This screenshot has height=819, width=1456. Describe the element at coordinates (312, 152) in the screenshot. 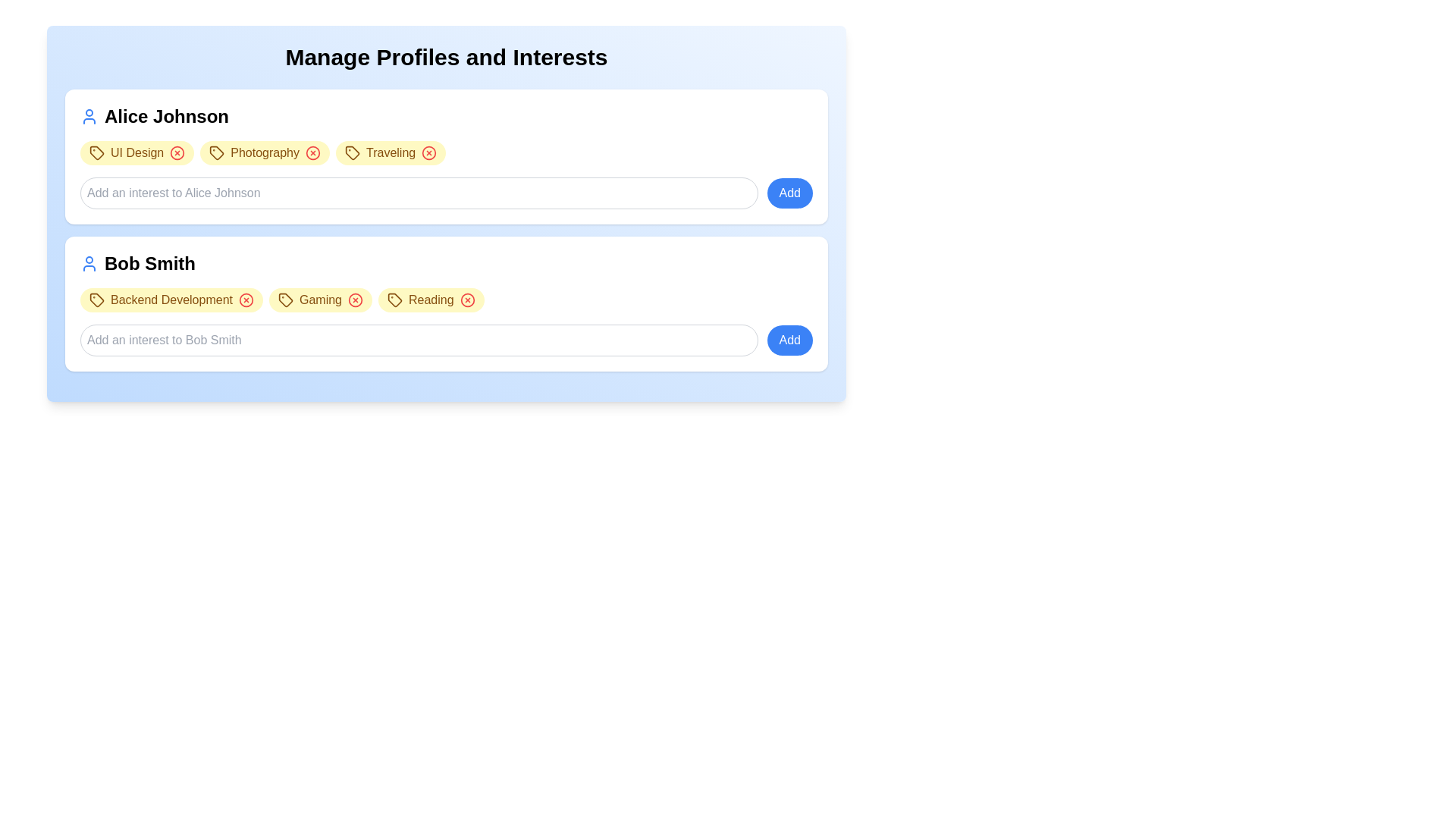

I see `the circular icon button with a red 'X' inside, located in the 'Photography' interest tags of the 'Alice Johnson' profile section` at that location.